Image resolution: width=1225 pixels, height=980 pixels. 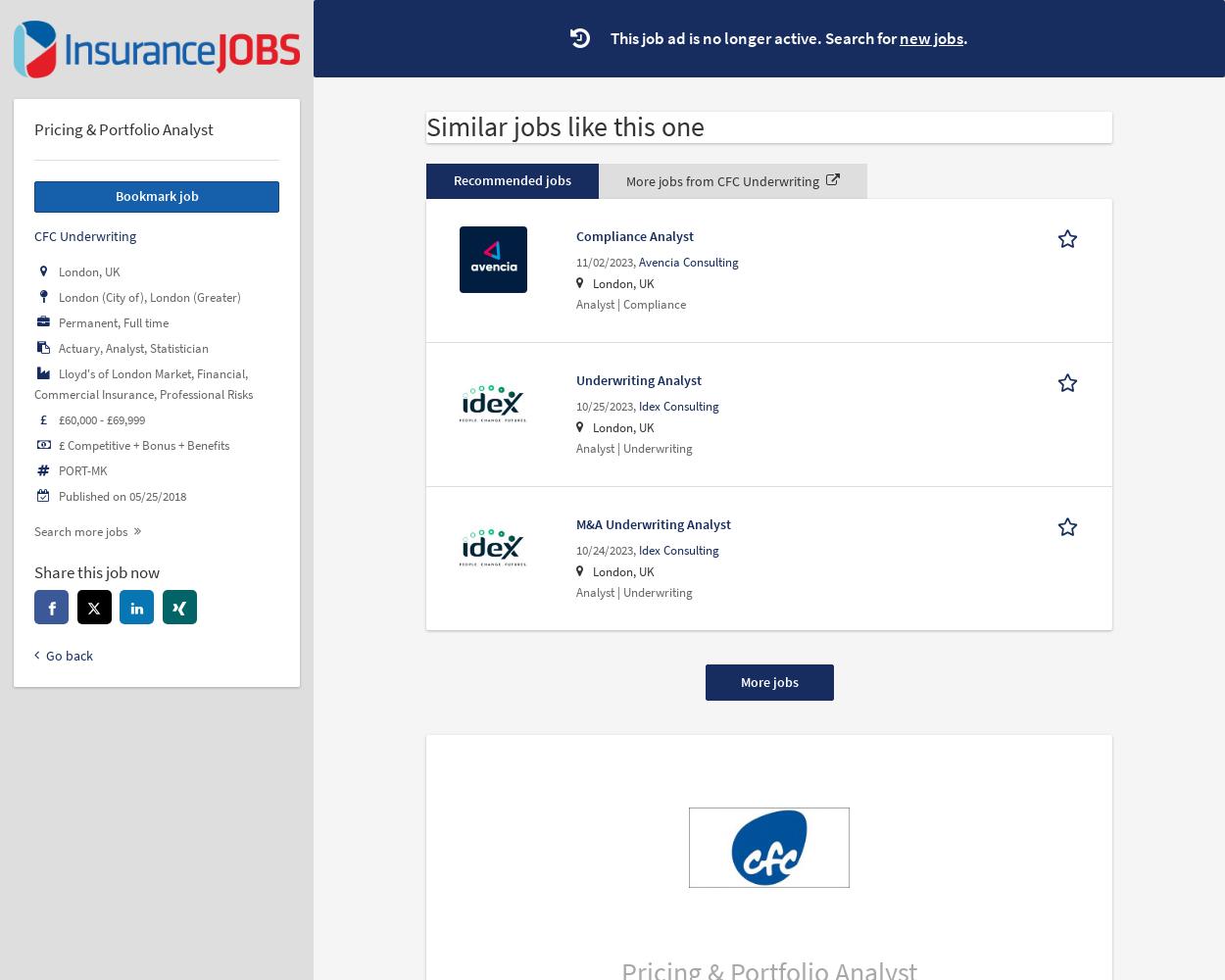 What do you see at coordinates (574, 523) in the screenshot?
I see `'M&A Underwriting Analyst'` at bounding box center [574, 523].